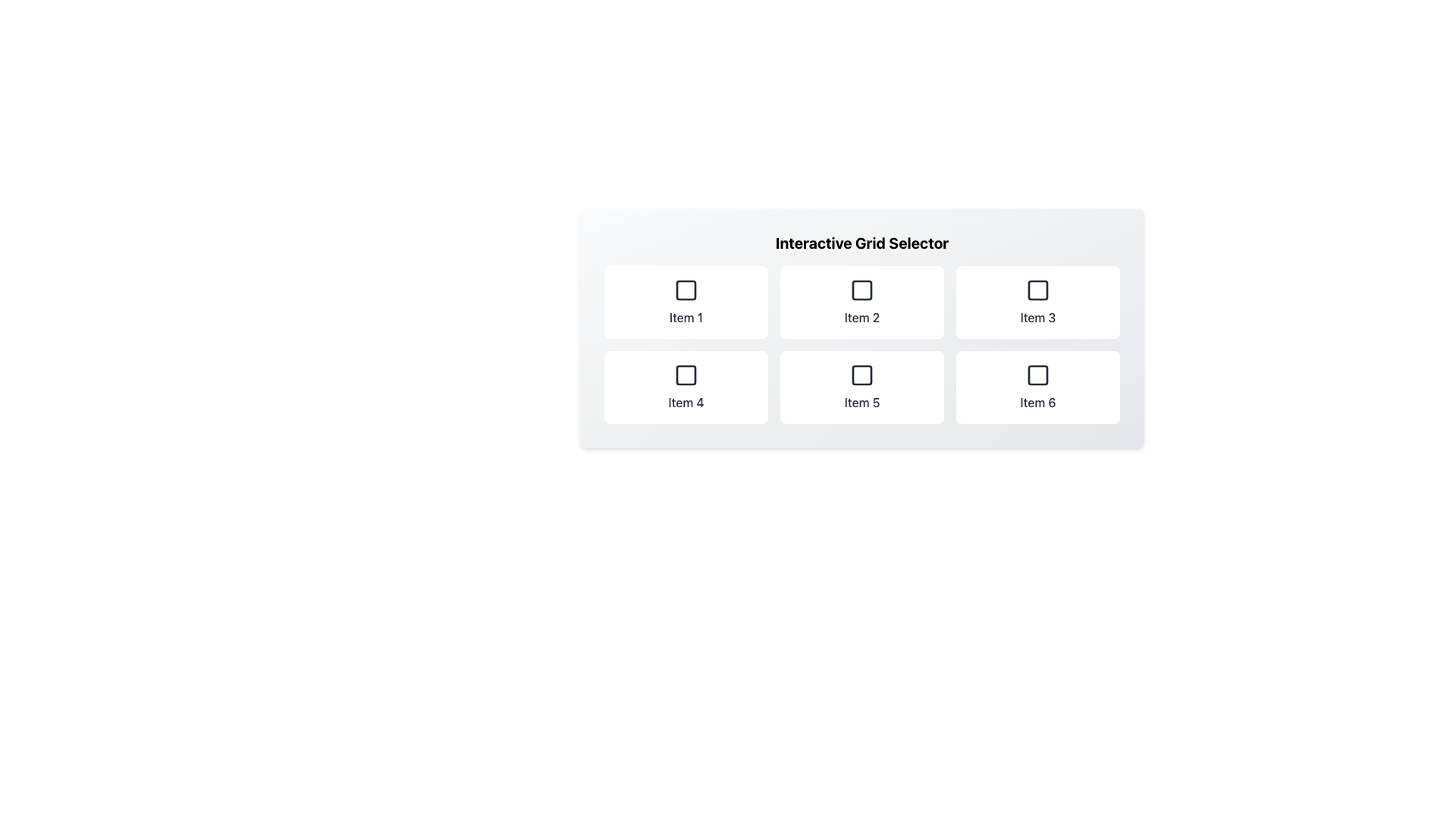  I want to click on the selectable grid item labeled 'Item 4', so click(686, 386).